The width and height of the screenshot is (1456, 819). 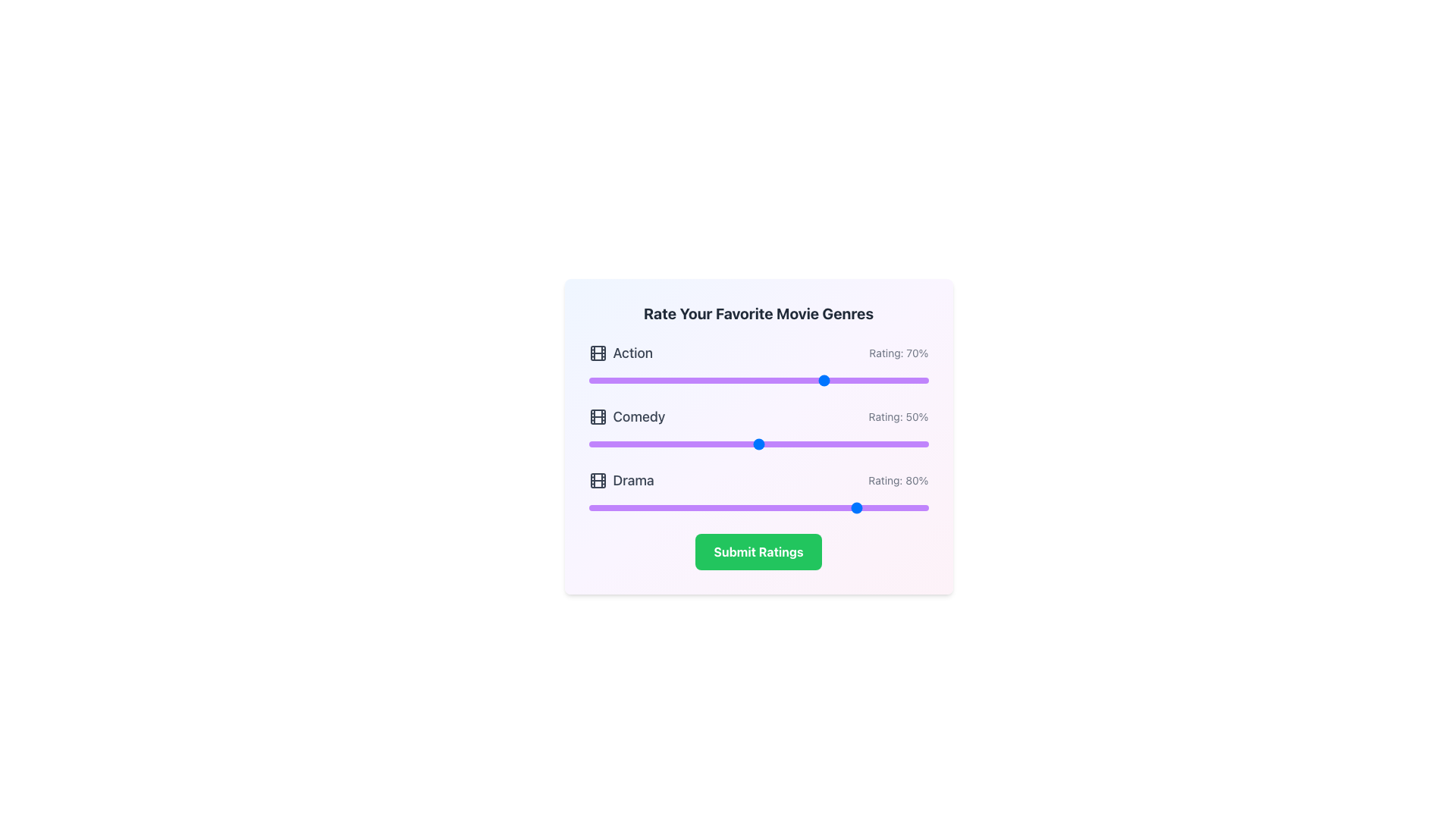 I want to click on the 'Submit Ratings' button, which is a green rectangular button with rounded edges located at the bottom center of the interface, below the rating sliders, so click(x=758, y=552).